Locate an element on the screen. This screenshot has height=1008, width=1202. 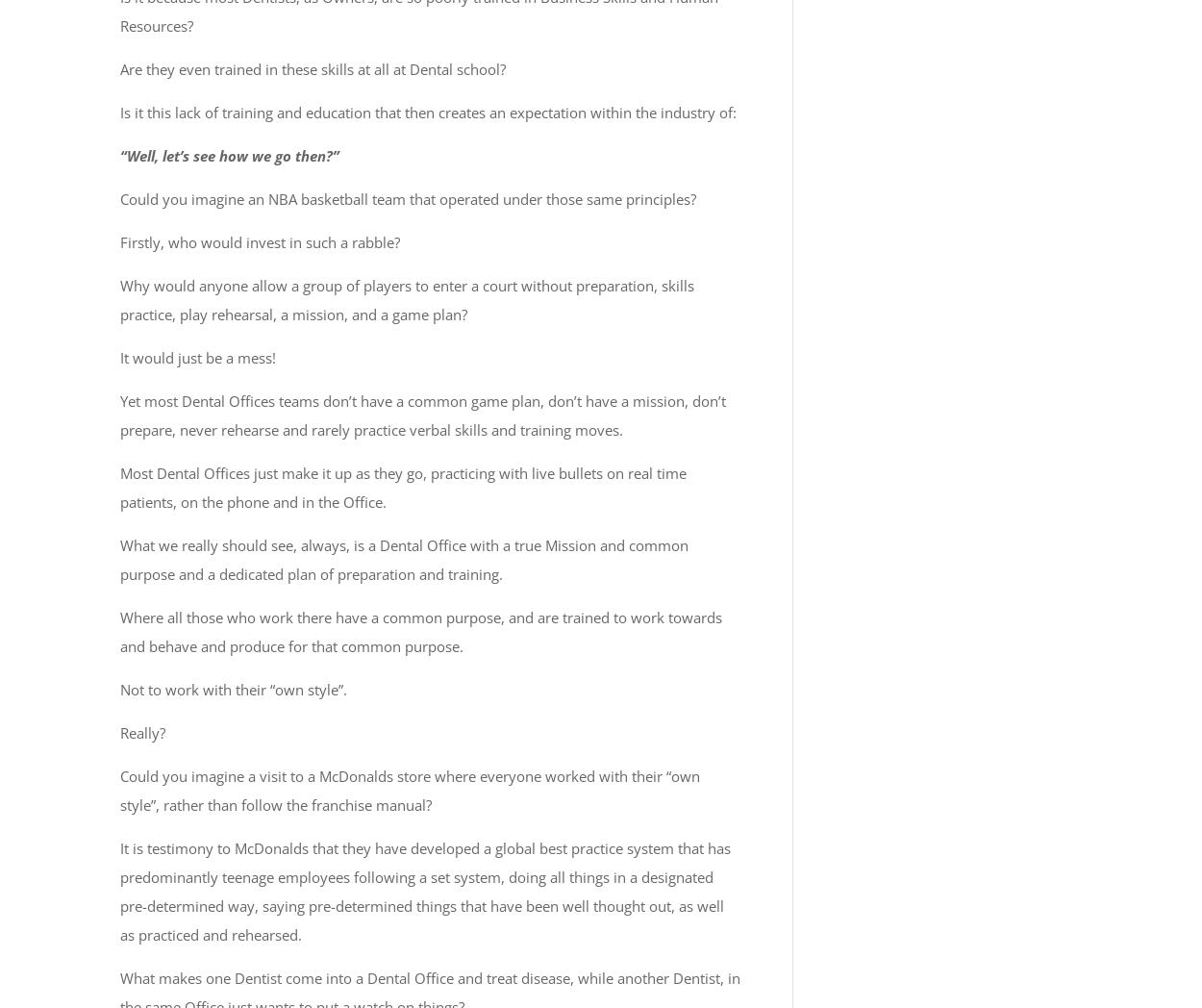
'“Well, let’s see how we go then?”' is located at coordinates (229, 156).